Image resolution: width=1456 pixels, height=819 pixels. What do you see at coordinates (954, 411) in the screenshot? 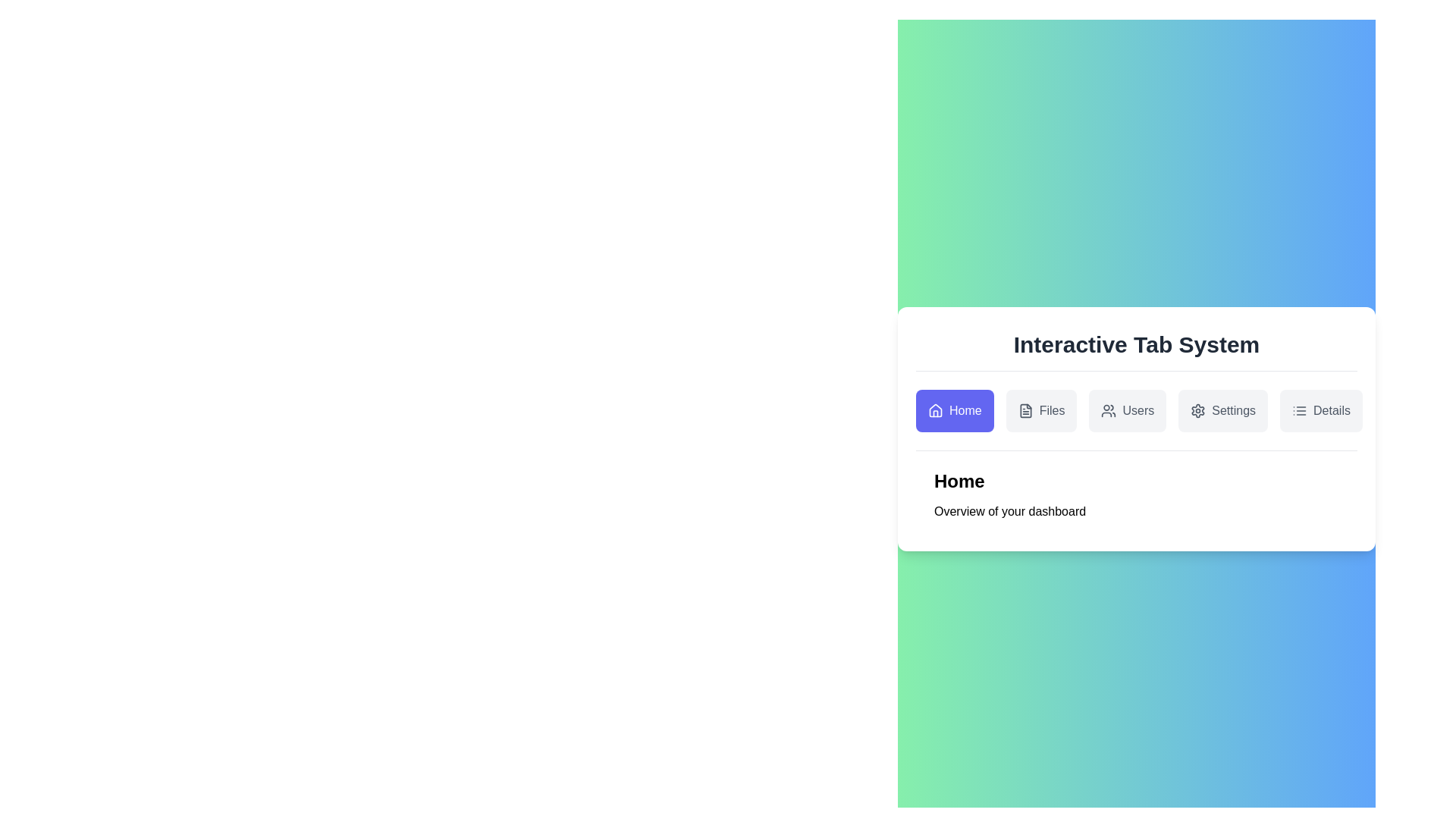
I see `the home navigation button located at the top center of the interface` at bounding box center [954, 411].